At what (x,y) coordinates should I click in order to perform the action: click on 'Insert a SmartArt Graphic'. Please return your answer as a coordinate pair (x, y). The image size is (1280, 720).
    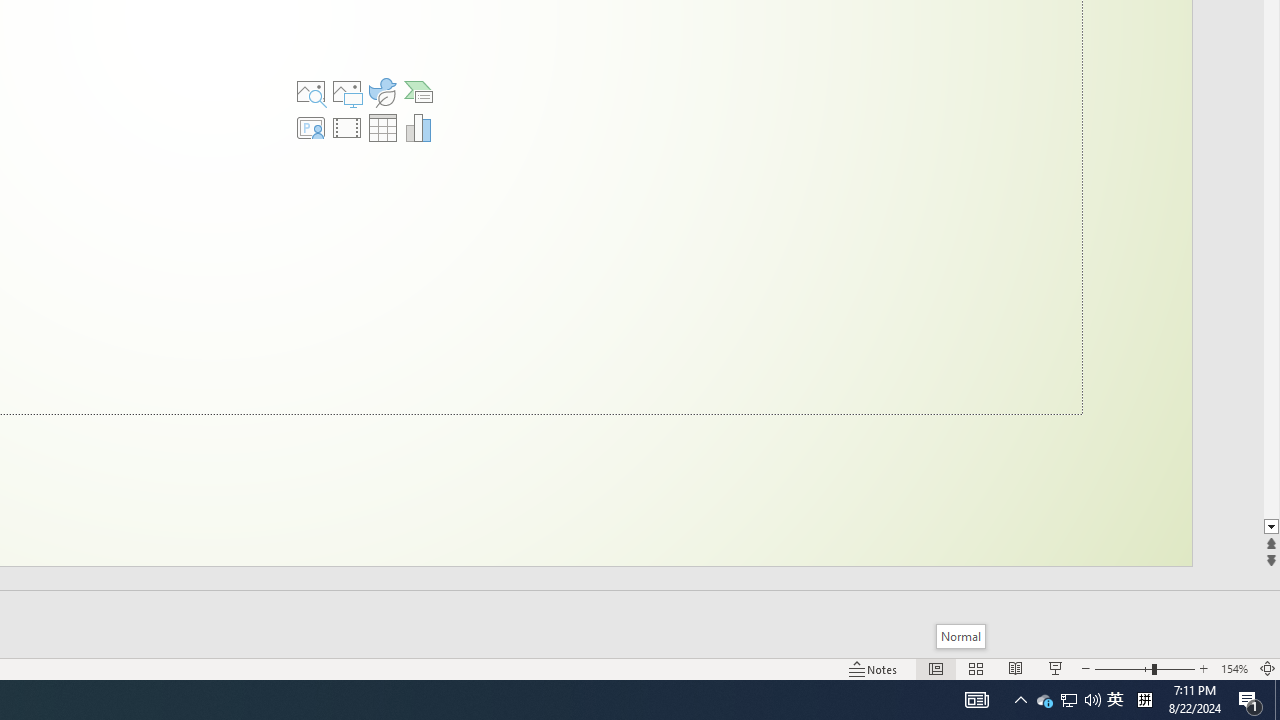
    Looking at the image, I should click on (418, 92).